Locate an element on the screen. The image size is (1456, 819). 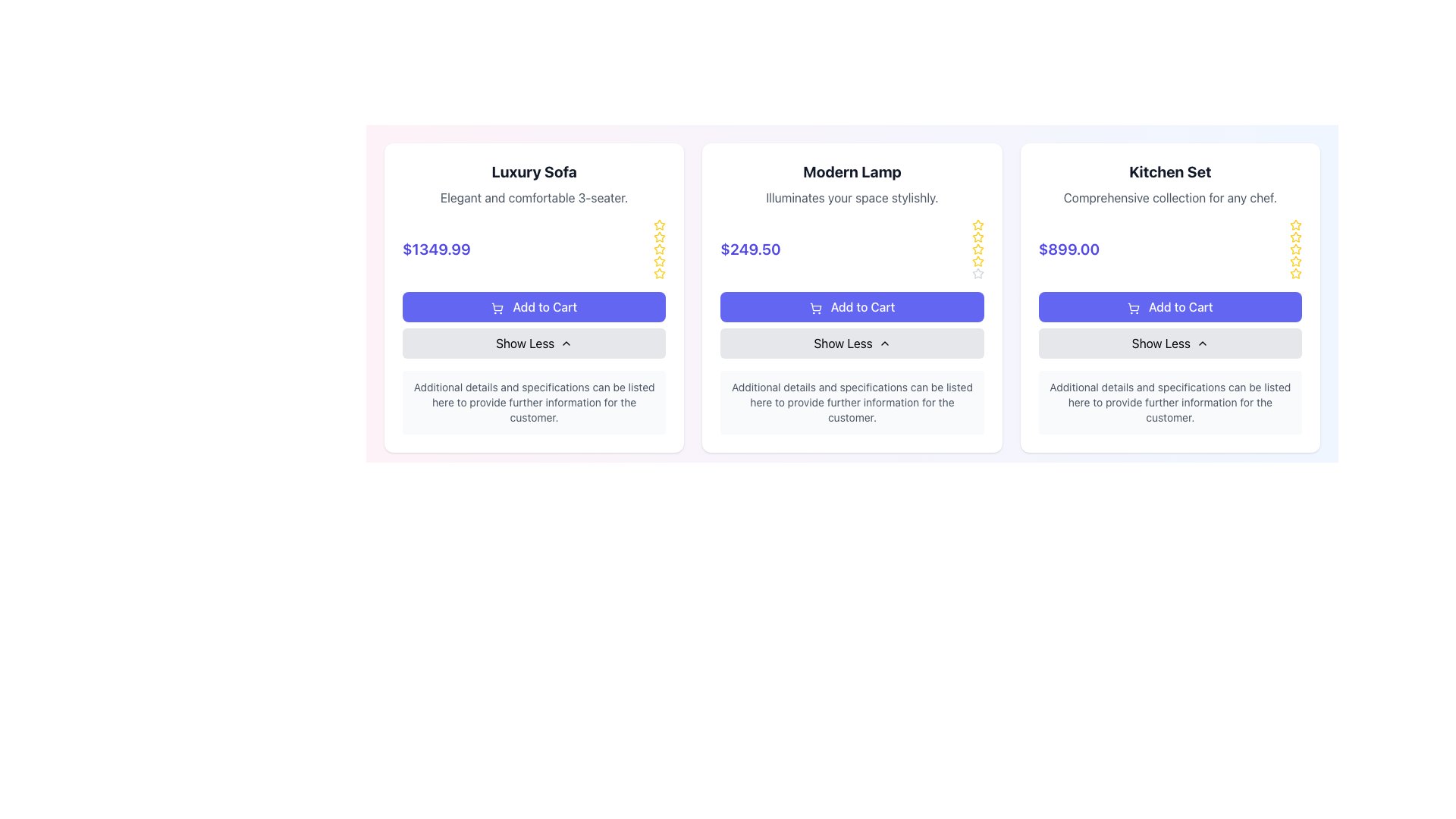
the upward-pointing chevron icon located to the right of the 'Show Less' text within the button on the 'Kitchen Set' card is located at coordinates (1201, 343).